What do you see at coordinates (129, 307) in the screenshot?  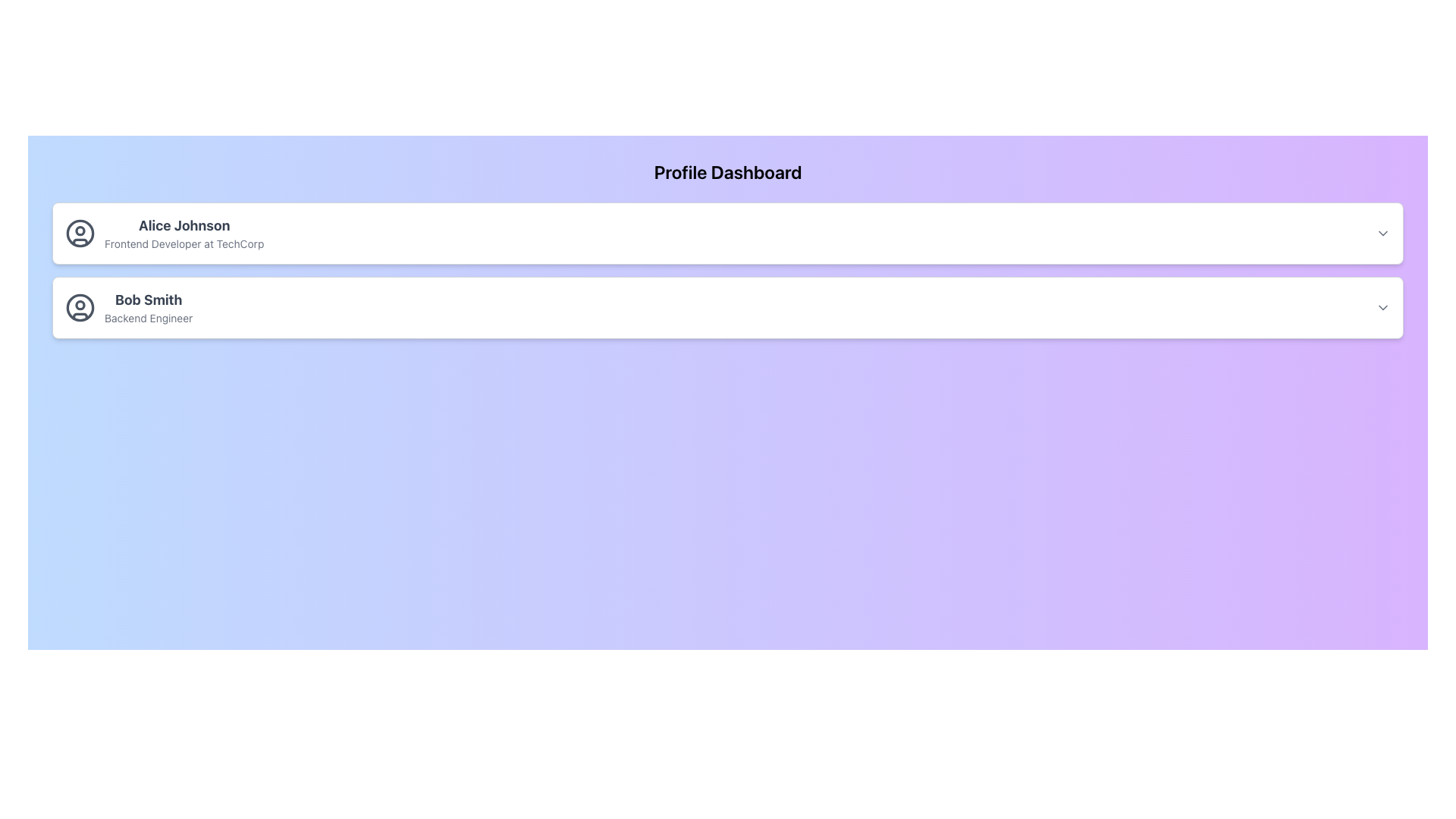 I see `the Profile Summary Item for Bob Smith` at bounding box center [129, 307].